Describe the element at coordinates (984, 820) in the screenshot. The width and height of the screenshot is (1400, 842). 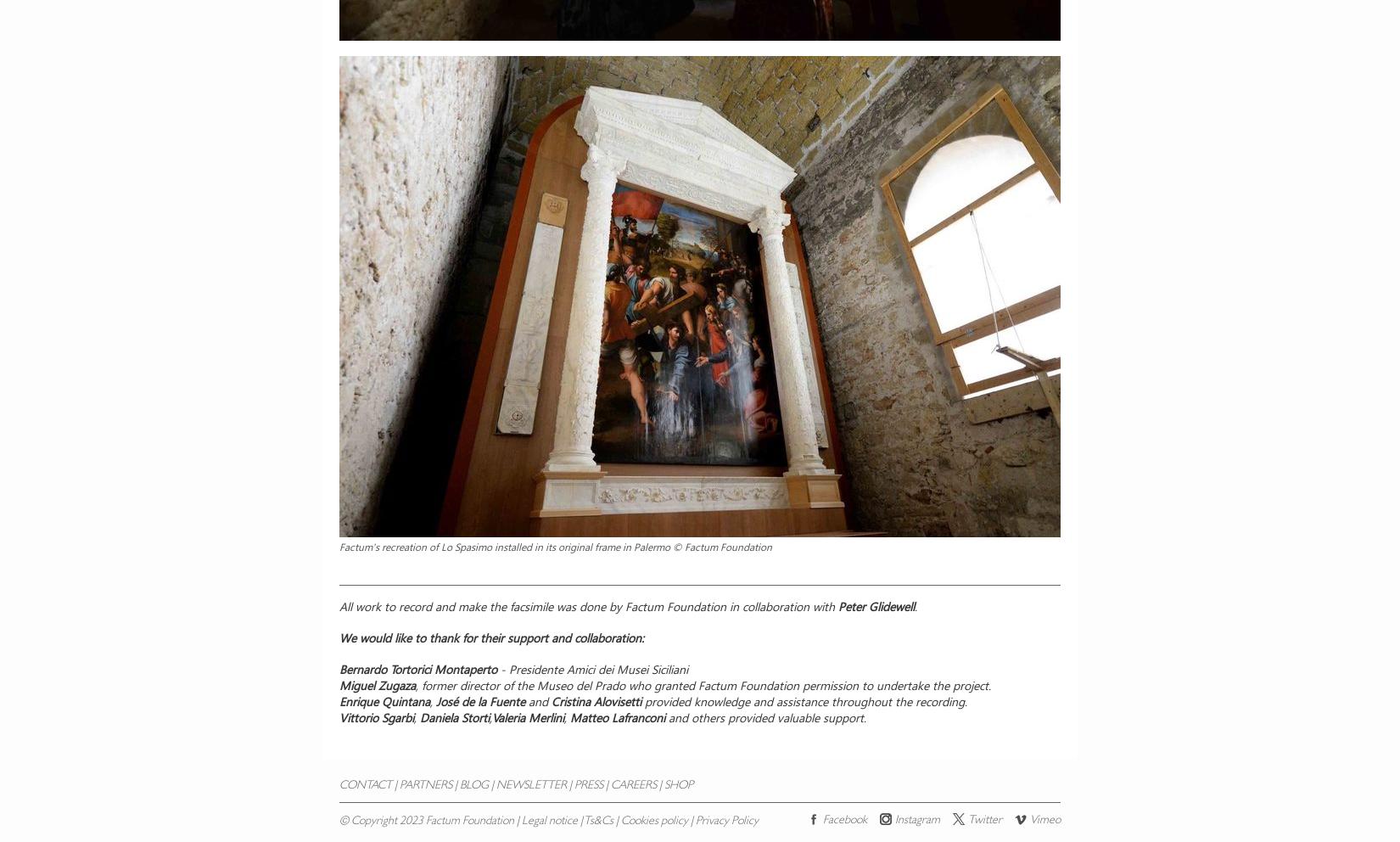
I see `'Twitter'` at that location.